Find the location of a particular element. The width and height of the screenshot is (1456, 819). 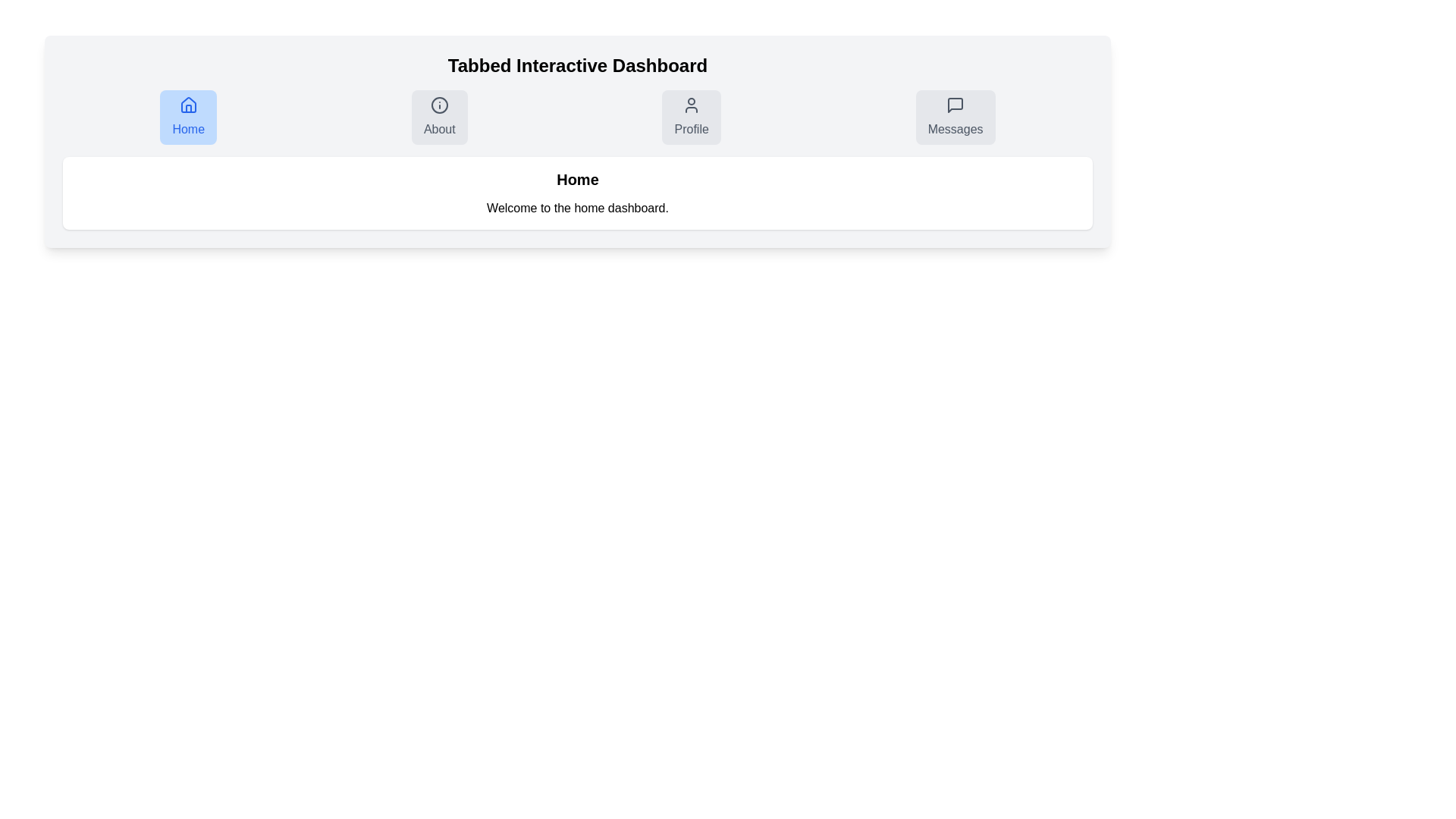

the Profile tab to navigate is located at coordinates (691, 116).